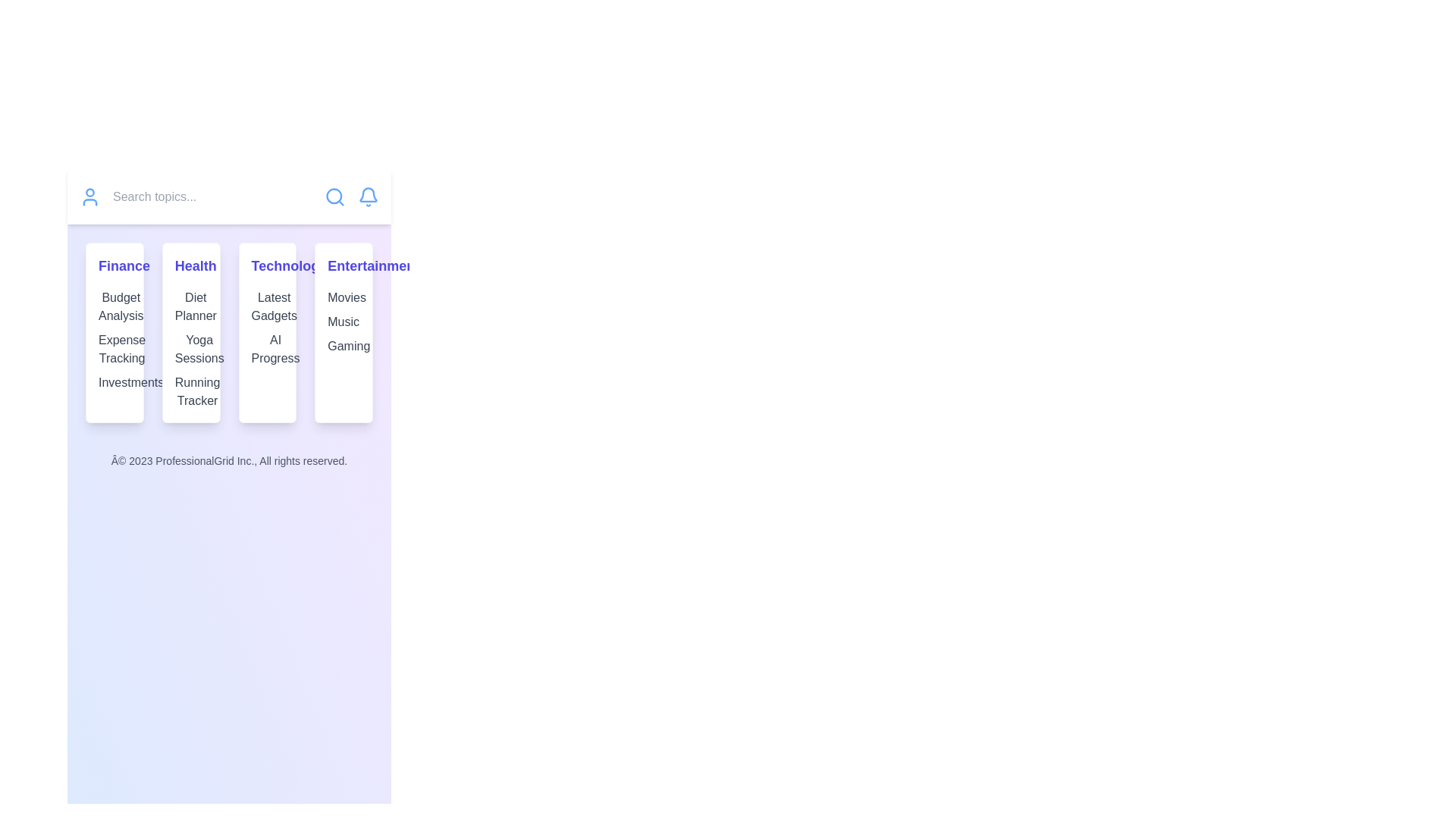 Image resolution: width=1456 pixels, height=819 pixels. I want to click on the centered text block displaying the footer text '© 2023 ProfessionalGrid Inc., All rights reserved.', so click(228, 460).